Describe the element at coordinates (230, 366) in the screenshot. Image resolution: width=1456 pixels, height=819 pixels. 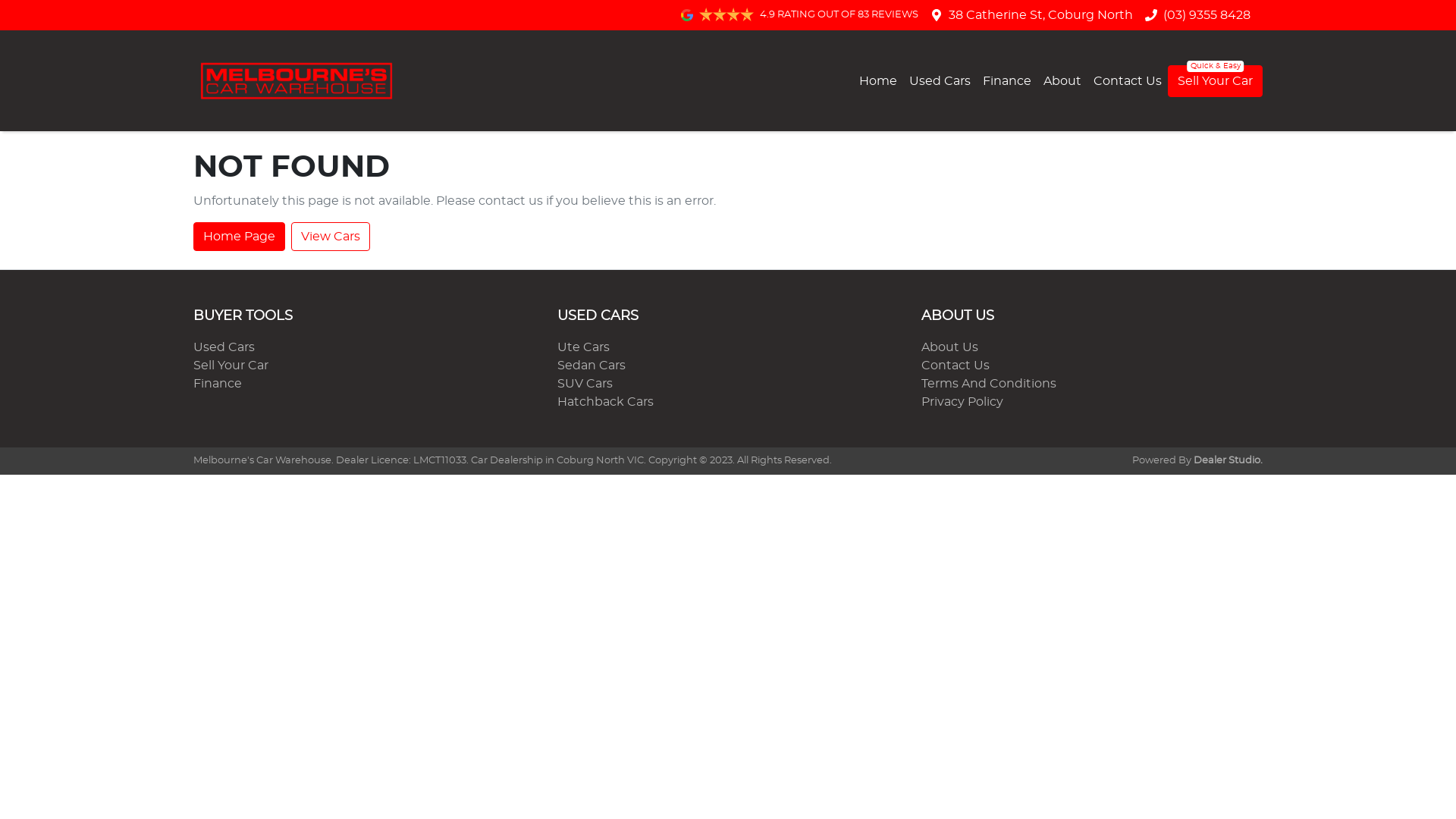
I see `'Sell Your Car'` at that location.